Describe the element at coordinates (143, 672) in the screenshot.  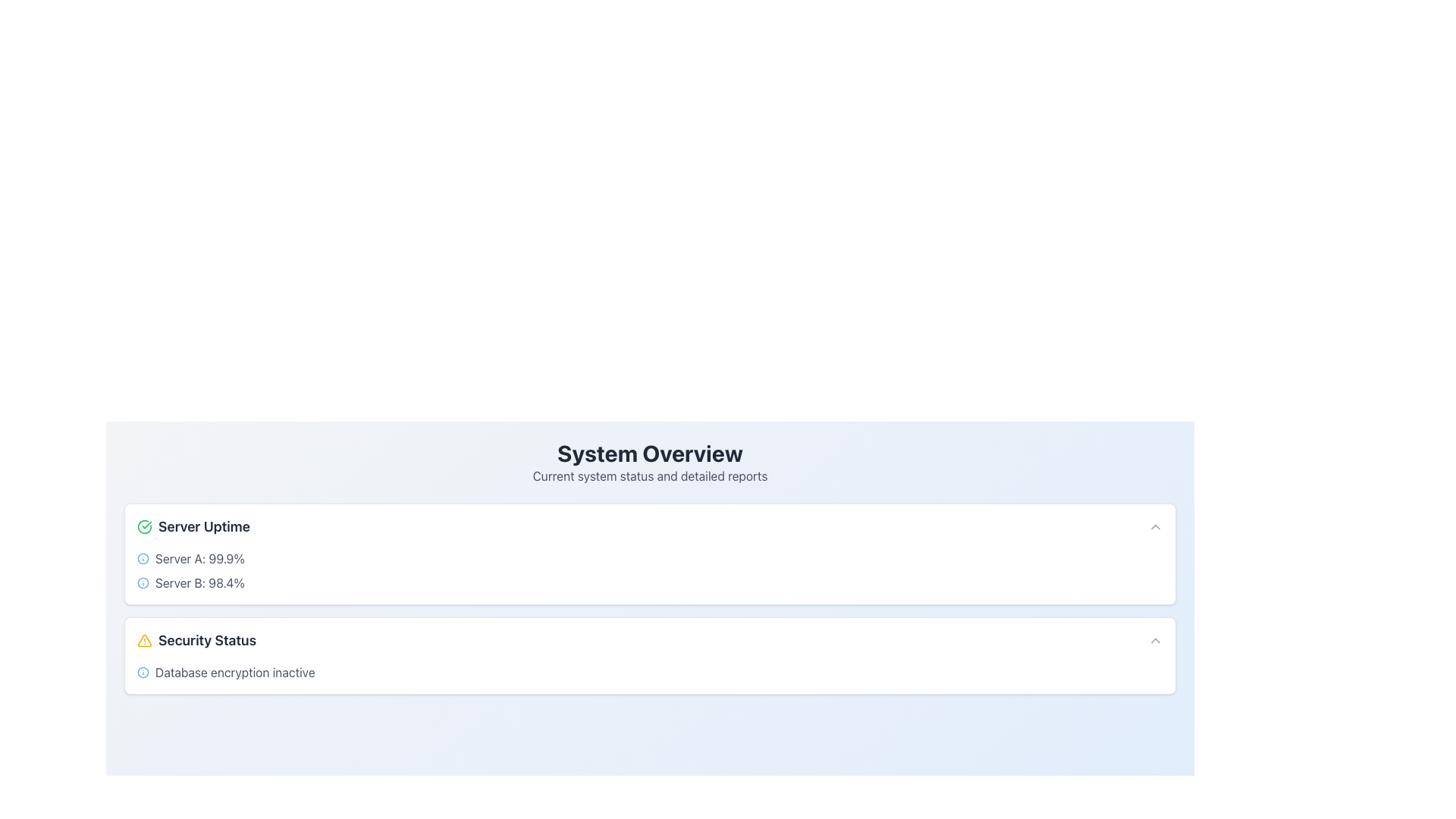
I see `the blue circular icon containing an information symbol, located next to the text 'Database encryption inactive' in the 'Security Status' section` at that location.